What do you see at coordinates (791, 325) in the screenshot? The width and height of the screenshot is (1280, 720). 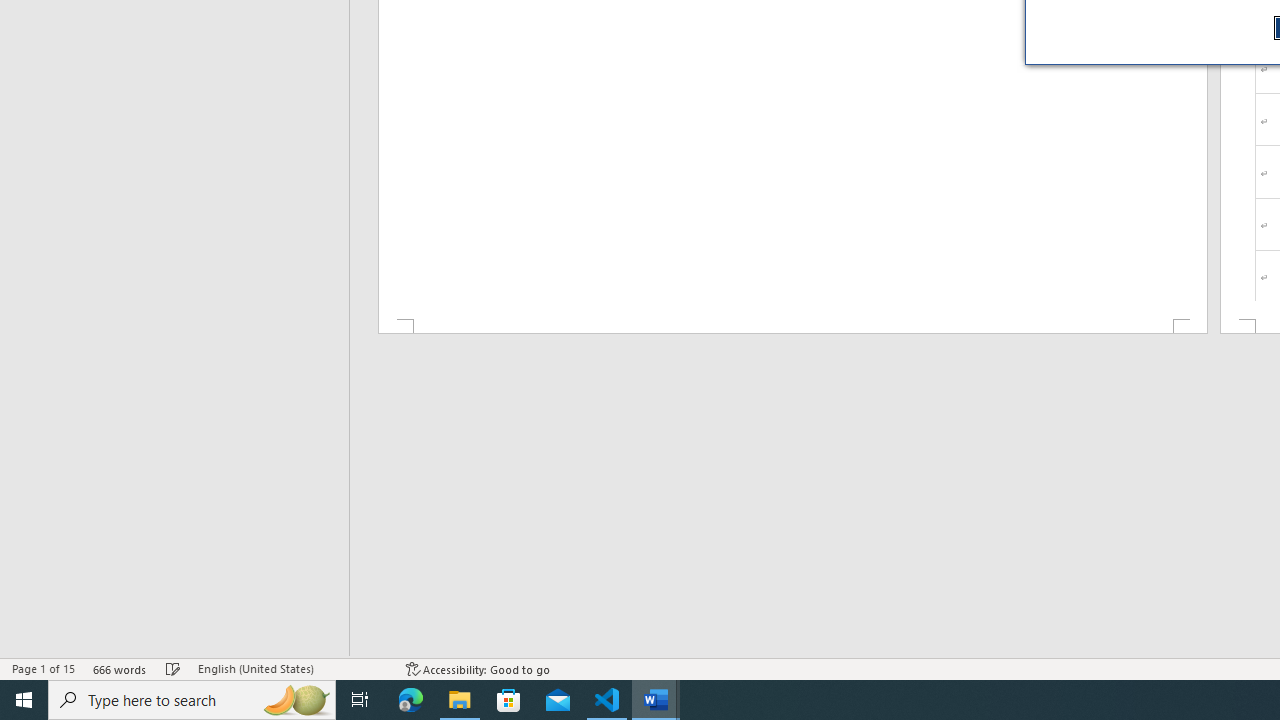 I see `'Footer -Section 1-'` at bounding box center [791, 325].